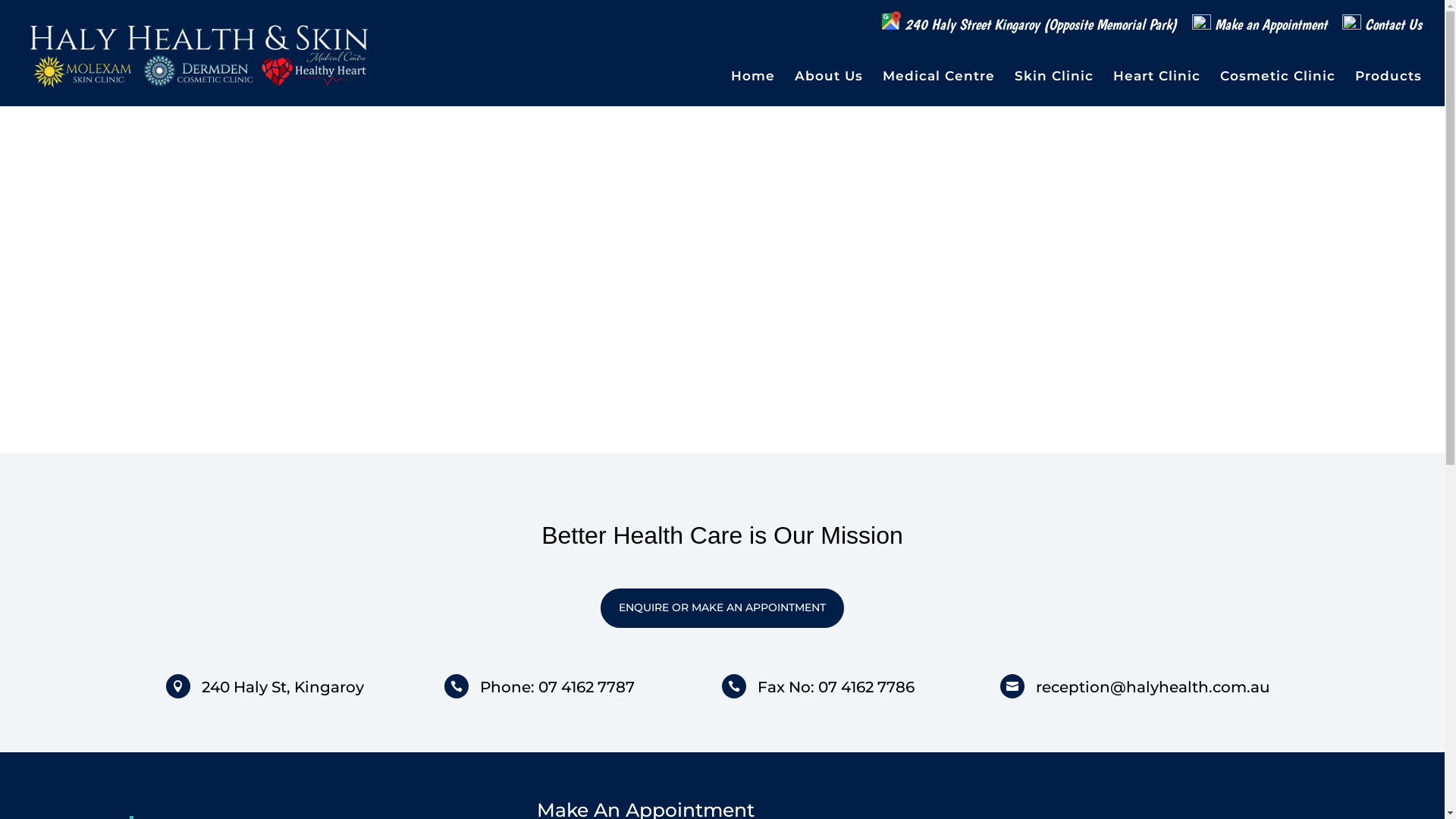  I want to click on 'Cosmetic Clinic', so click(1276, 88).